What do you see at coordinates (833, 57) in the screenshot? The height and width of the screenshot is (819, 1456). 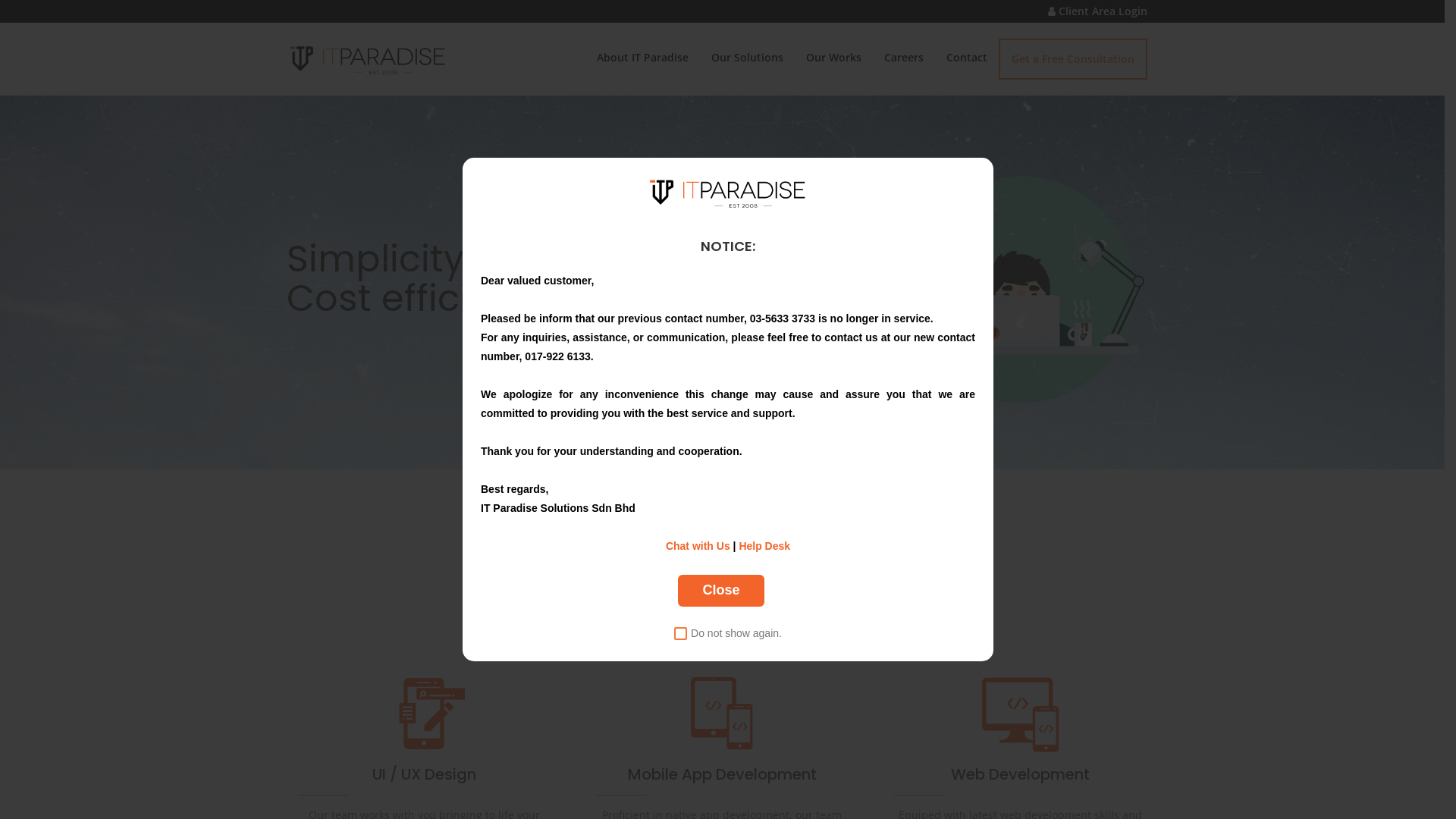 I see `'Our Works'` at bounding box center [833, 57].